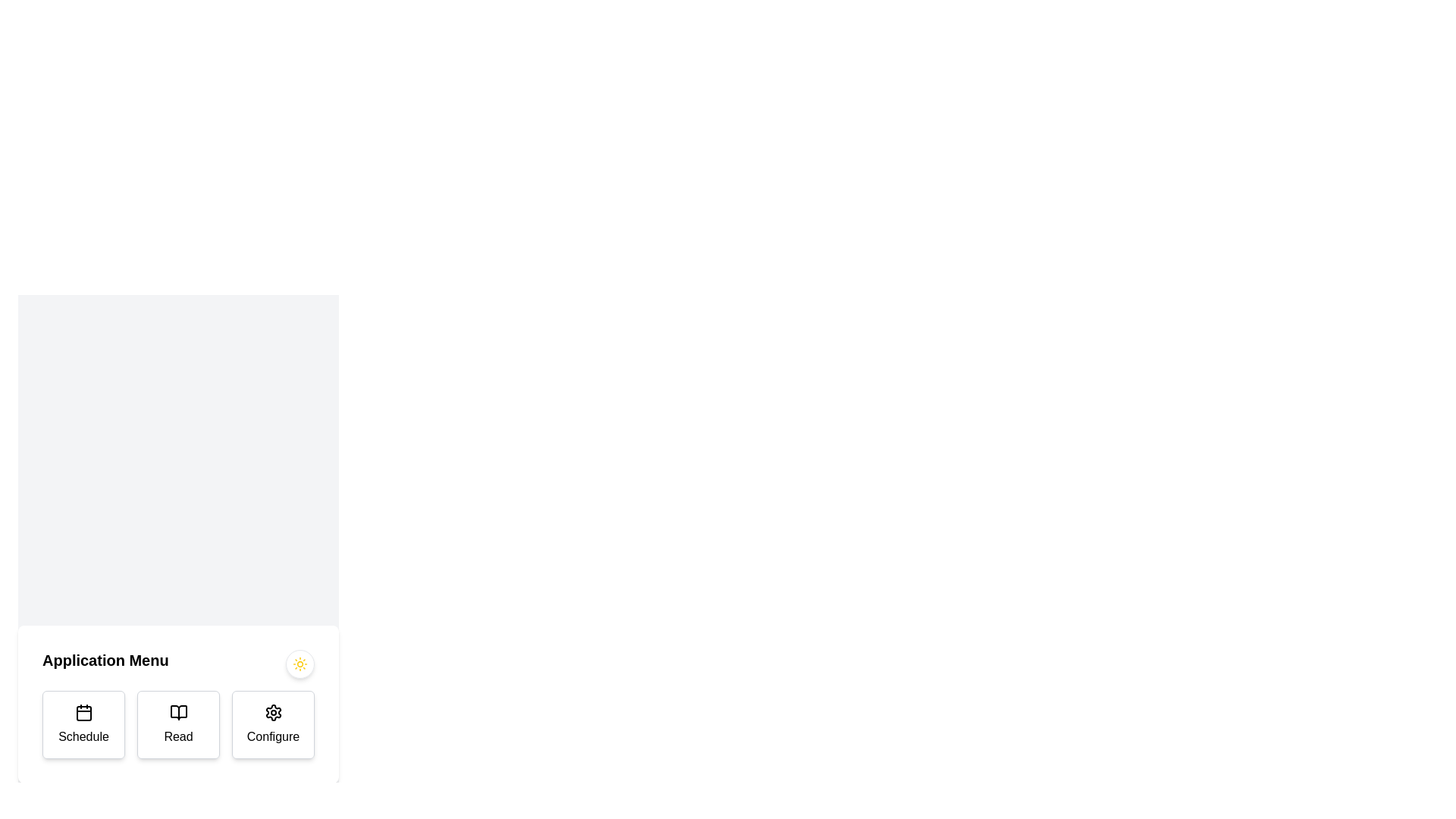 The width and height of the screenshot is (1456, 819). What do you see at coordinates (105, 663) in the screenshot?
I see `the bold text label displaying 'Application Menu' located in the header section of the interface` at bounding box center [105, 663].